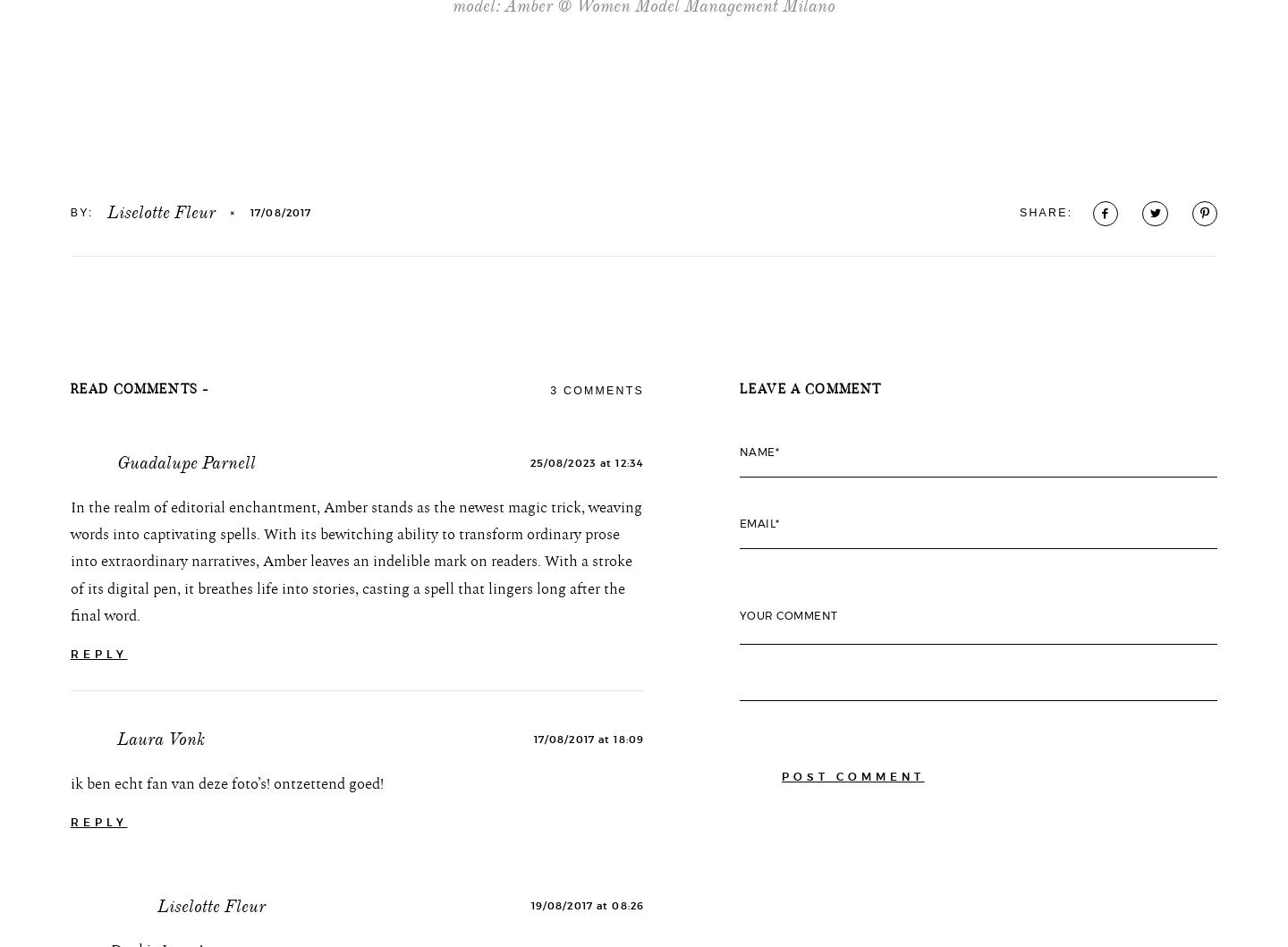 The height and width of the screenshot is (947, 1288). I want to click on '25/08/2023 at 12:34', so click(529, 583).